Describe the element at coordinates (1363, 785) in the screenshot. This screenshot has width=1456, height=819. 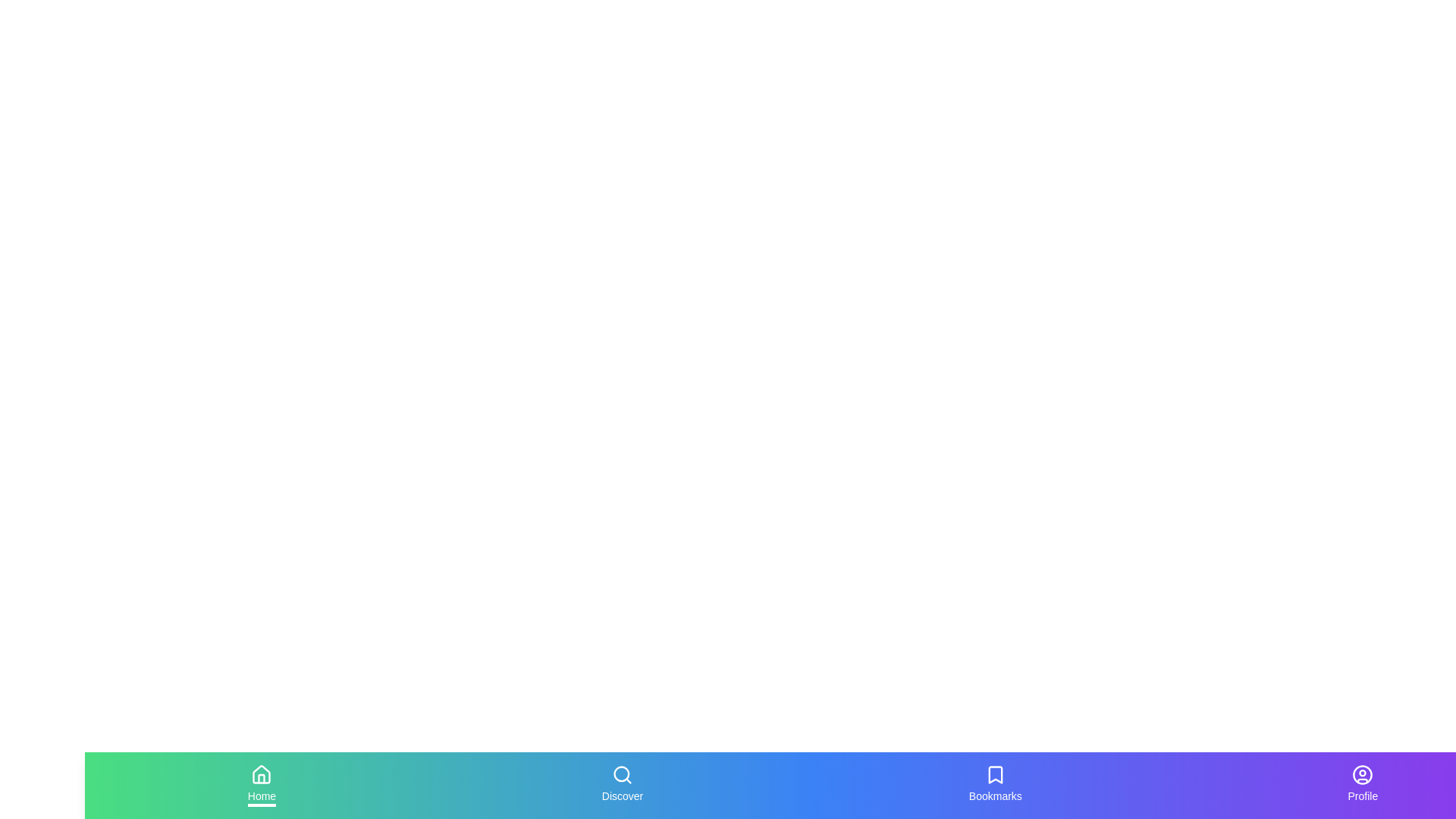
I see `the tab Profile in the bottom navigation bar` at that location.